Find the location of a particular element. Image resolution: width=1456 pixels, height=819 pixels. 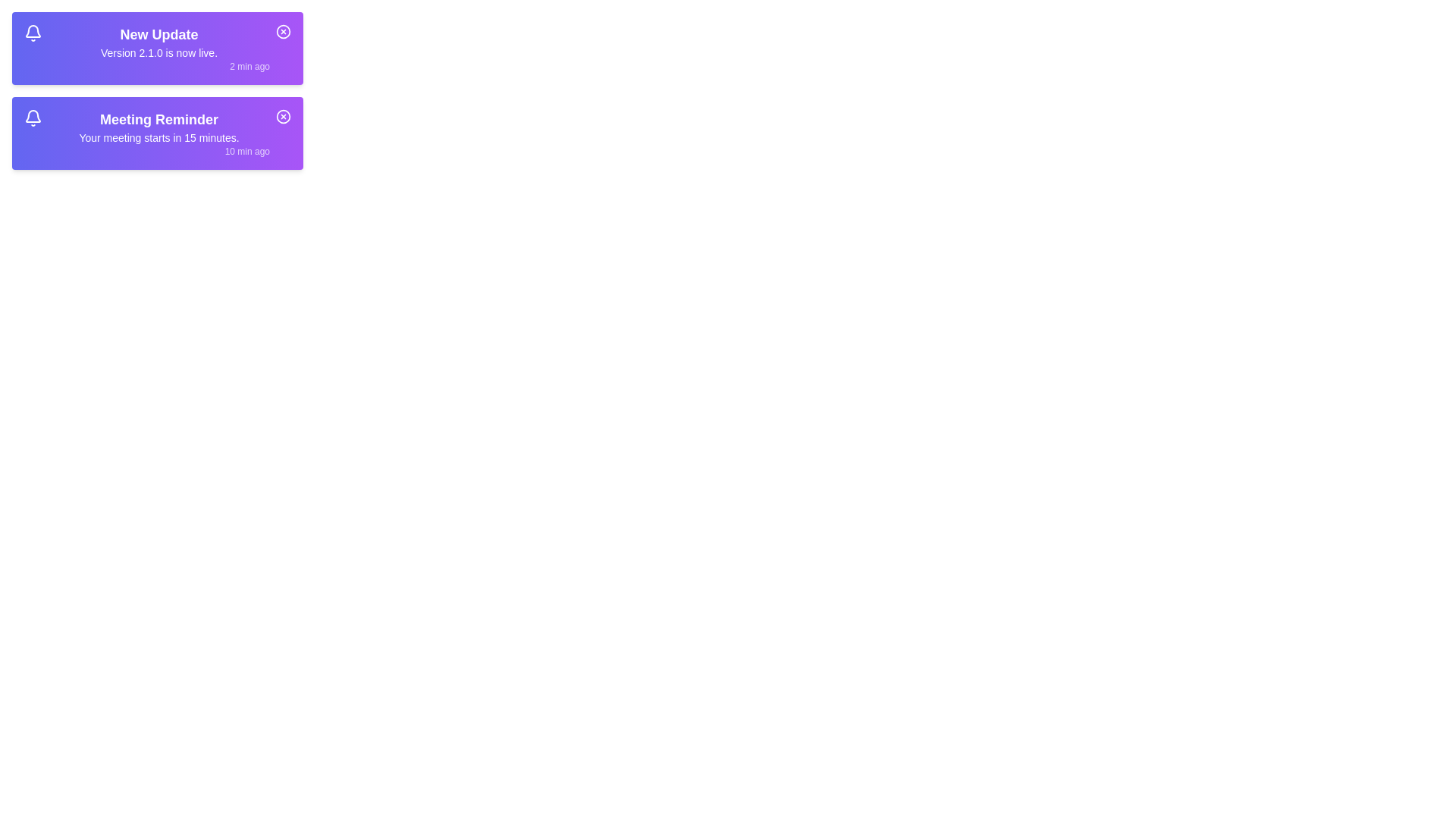

close button of the notification titled 'Meeting Reminder' is located at coordinates (284, 116).